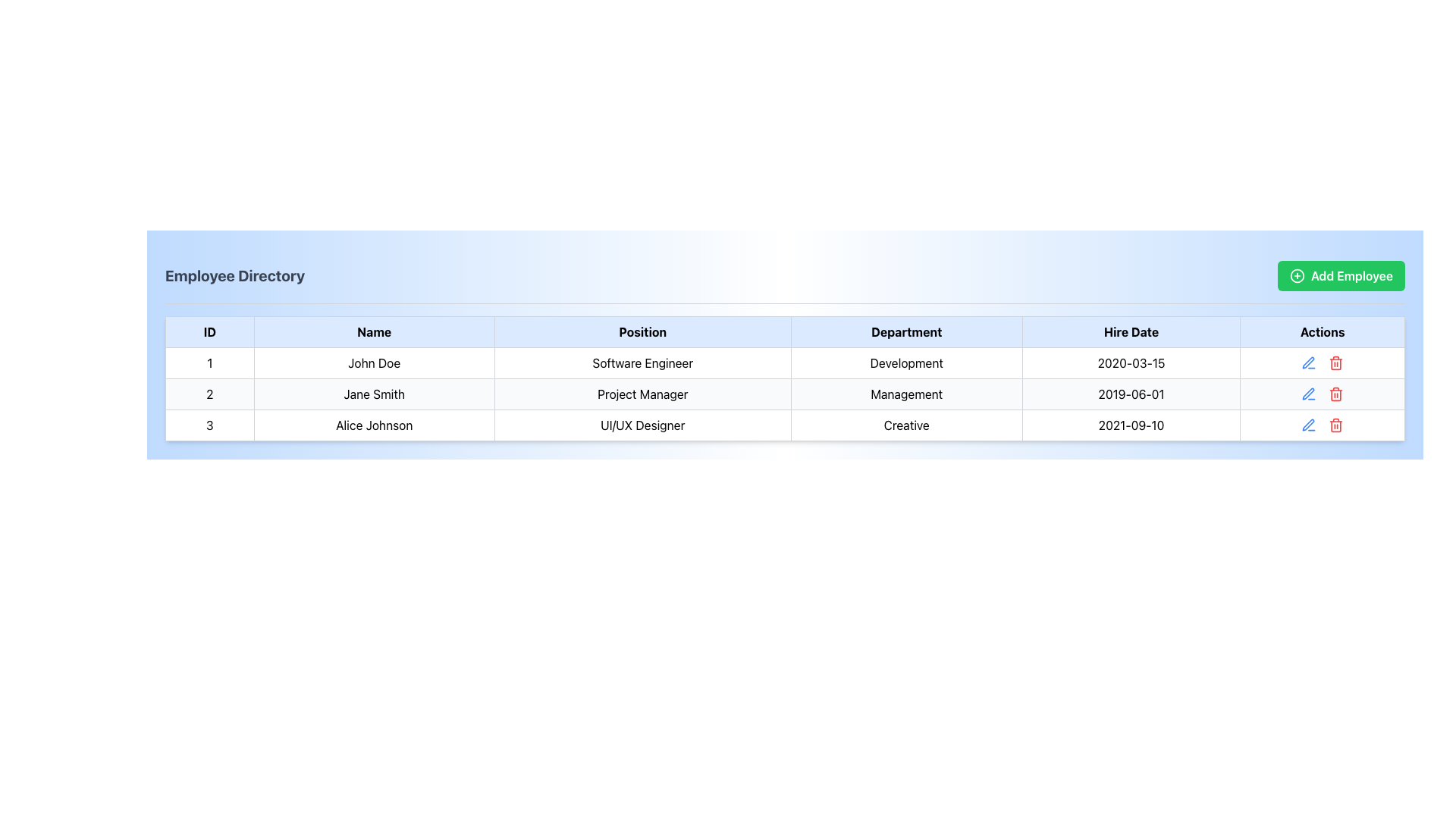 This screenshot has width=1456, height=819. I want to click on the delete icon button in the Actions column of the last row, so click(1336, 425).